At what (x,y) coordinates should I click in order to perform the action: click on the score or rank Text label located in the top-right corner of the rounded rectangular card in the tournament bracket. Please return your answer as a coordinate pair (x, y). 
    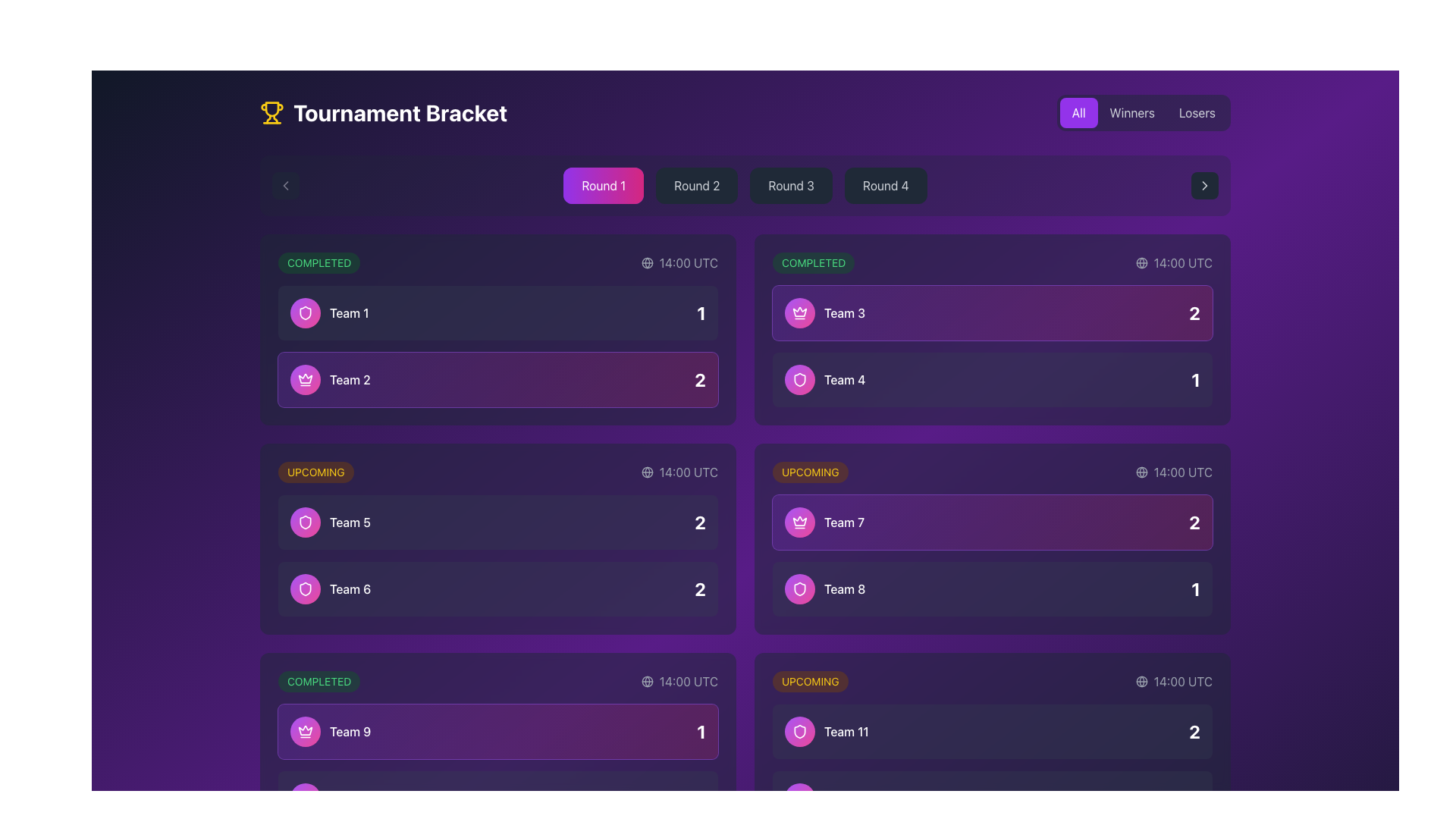
    Looking at the image, I should click on (1194, 312).